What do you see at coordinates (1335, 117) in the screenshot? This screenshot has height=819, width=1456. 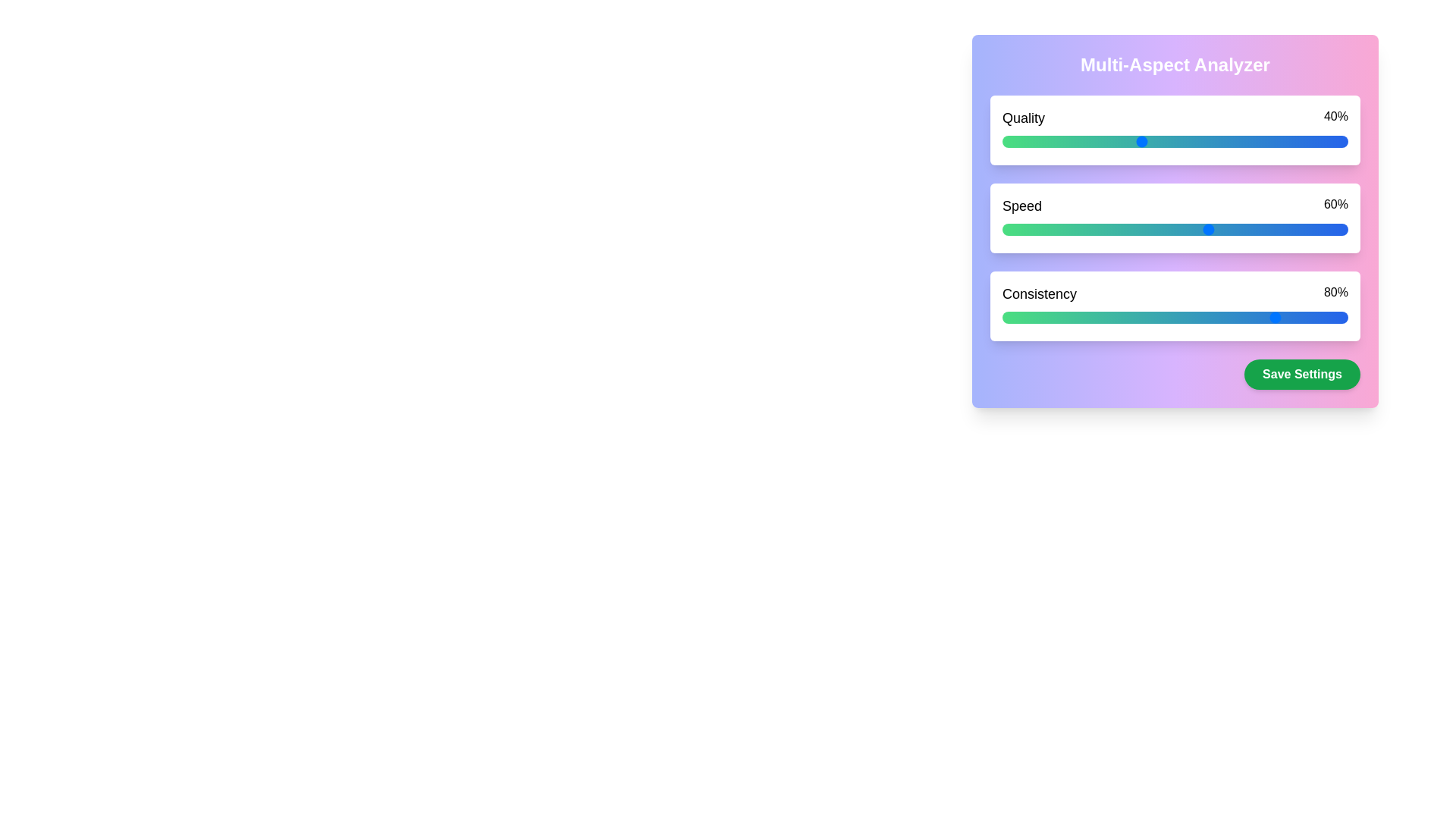 I see `or read the informational label displaying the current percentage value of the 'Quality' metric, located to the far right of the 'Quality' progress bar` at bounding box center [1335, 117].